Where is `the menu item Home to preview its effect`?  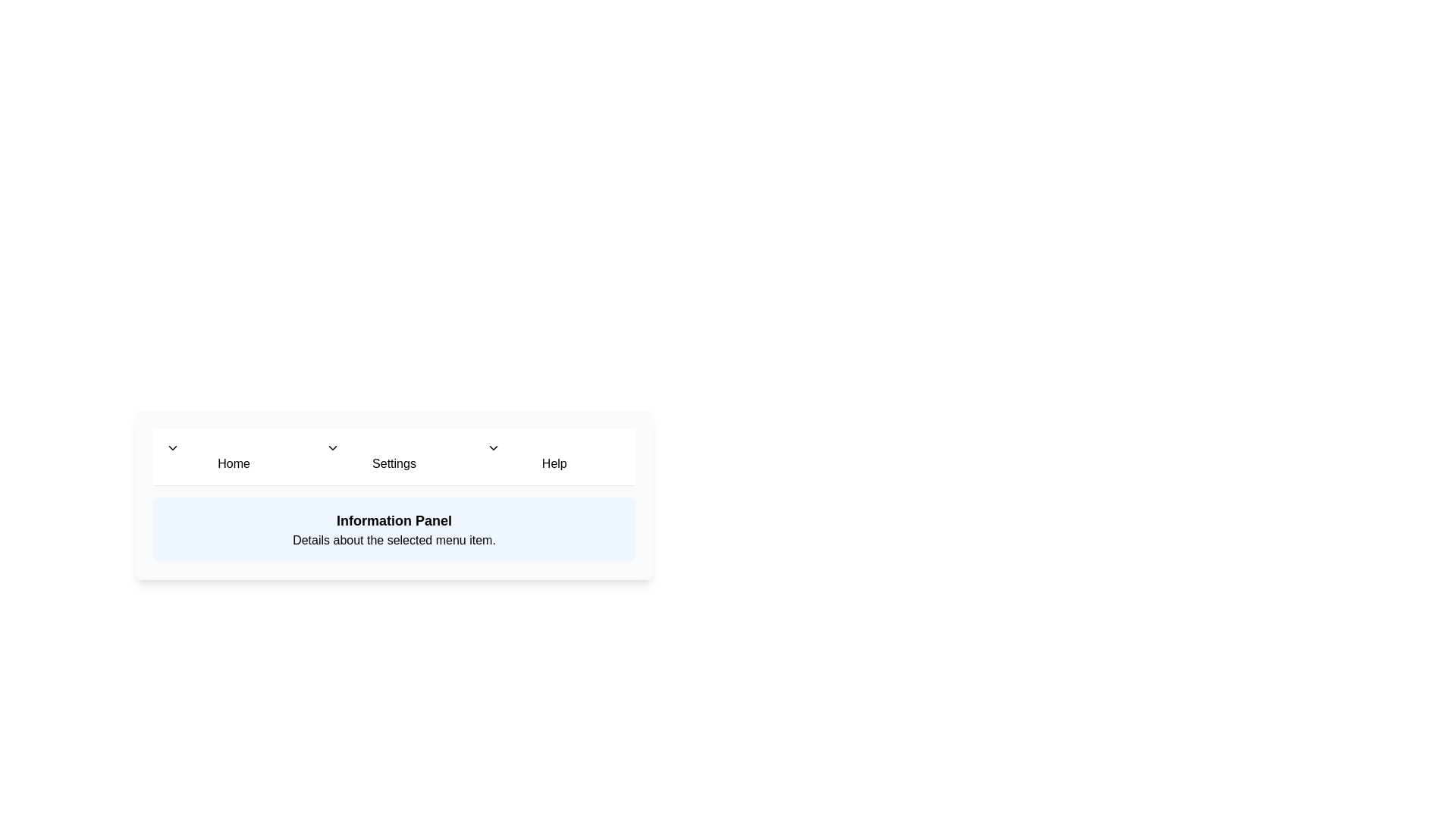
the menu item Home to preview its effect is located at coordinates (232, 456).